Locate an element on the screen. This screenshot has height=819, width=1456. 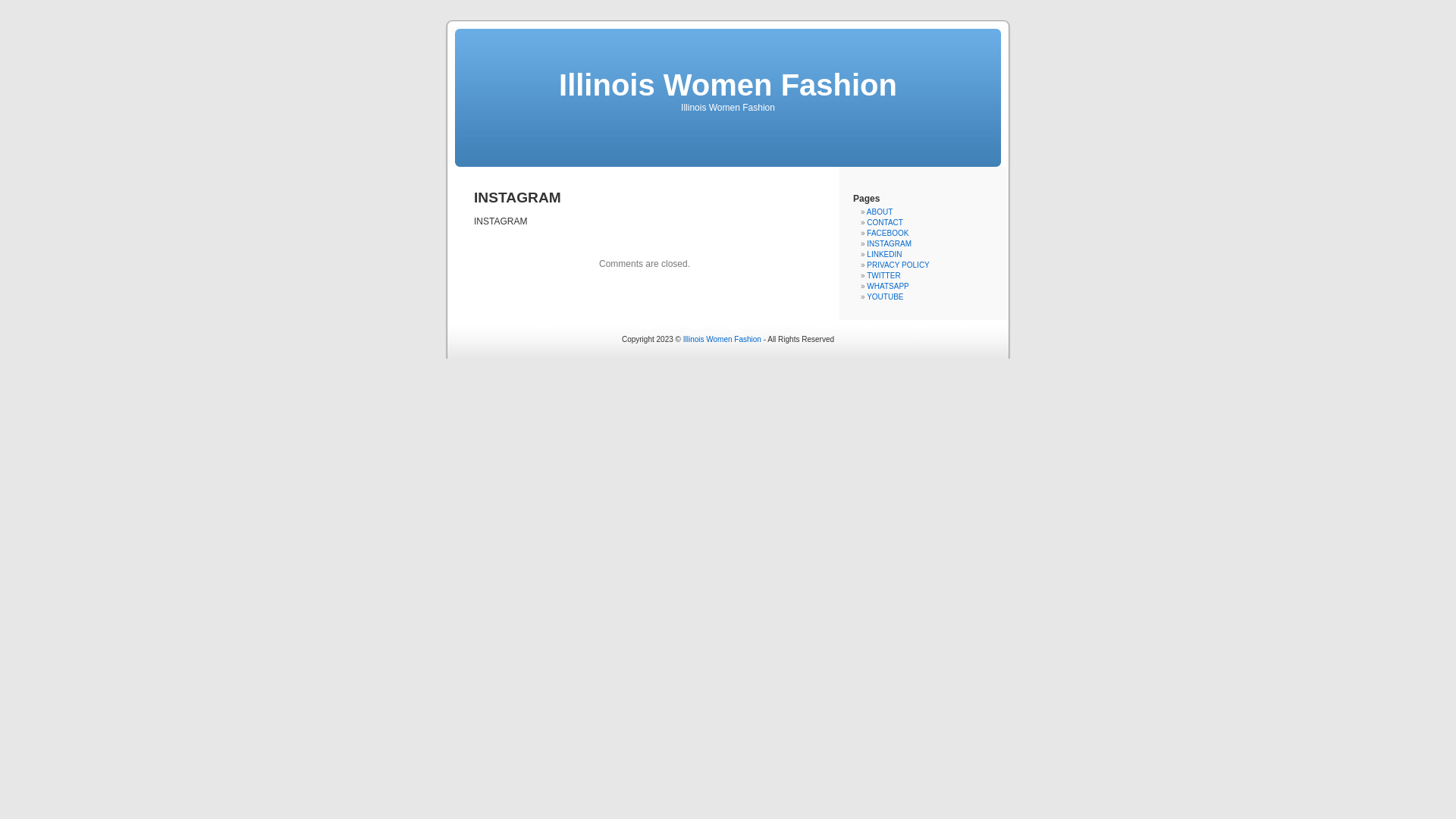
'CONTACT' is located at coordinates (884, 222).